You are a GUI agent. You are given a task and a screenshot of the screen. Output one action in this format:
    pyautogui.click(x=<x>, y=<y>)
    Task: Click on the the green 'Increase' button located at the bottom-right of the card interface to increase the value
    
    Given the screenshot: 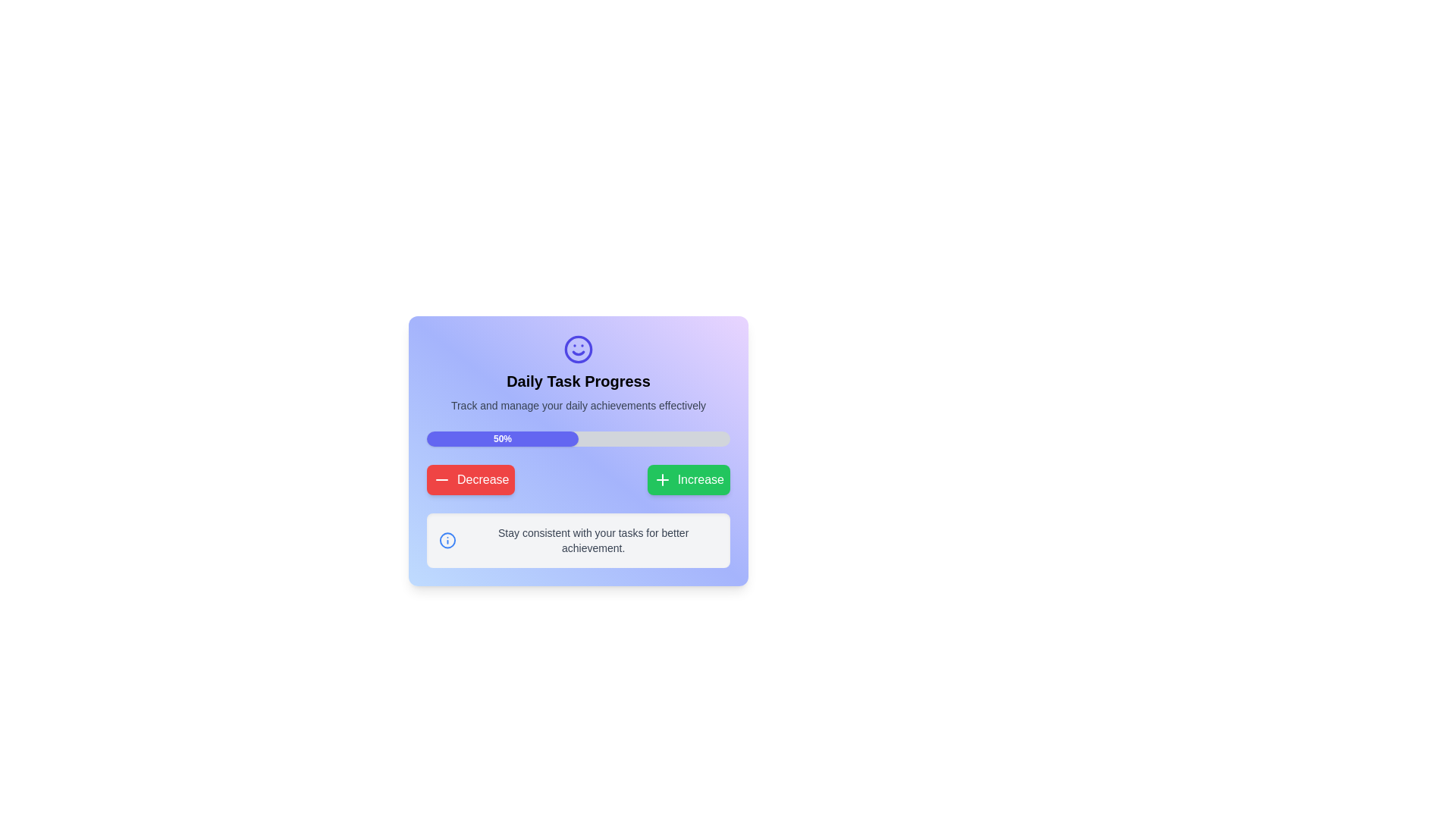 What is the action you would take?
    pyautogui.click(x=688, y=479)
    